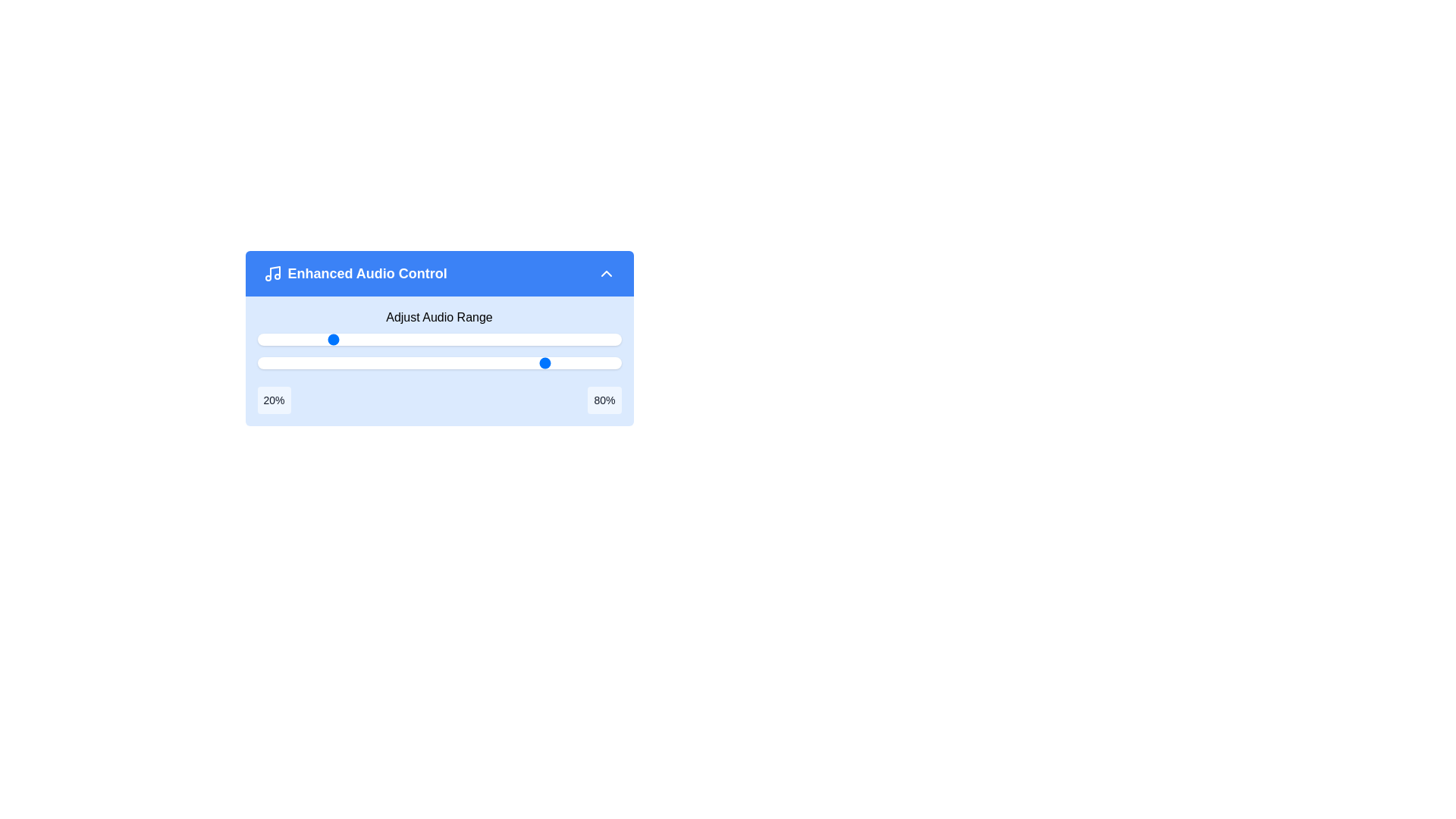  Describe the element at coordinates (354, 274) in the screenshot. I see `the Header element that serves as the title for the audio controls section, located at the top of a card-like component` at that location.